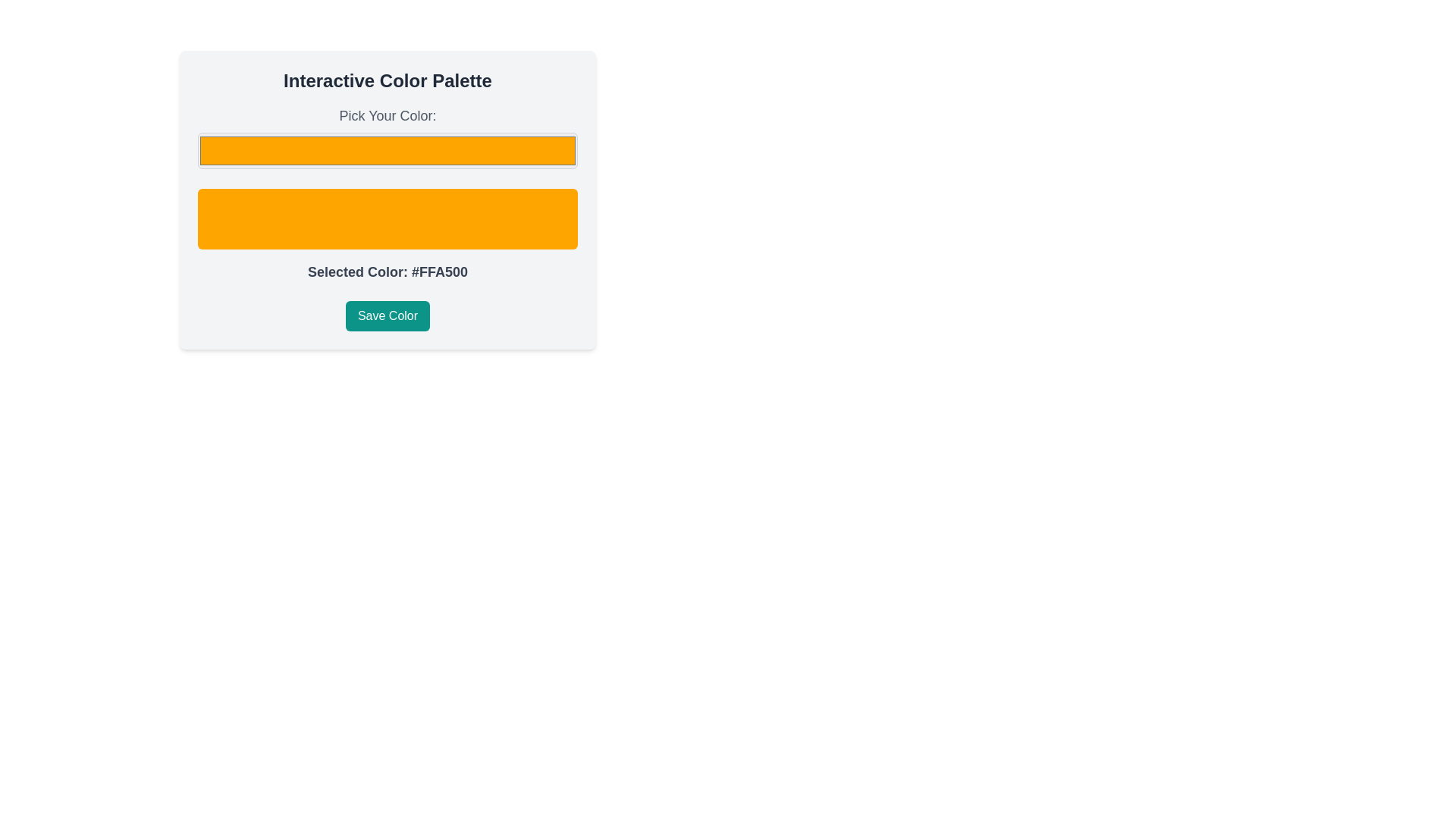 Image resolution: width=1456 pixels, height=819 pixels. Describe the element at coordinates (388, 315) in the screenshot. I see `the 'Save Color' button, which is a rectangular button with rounded corners, teal background, and white text, located below the text 'Selected Color: #FFA500'` at that location.